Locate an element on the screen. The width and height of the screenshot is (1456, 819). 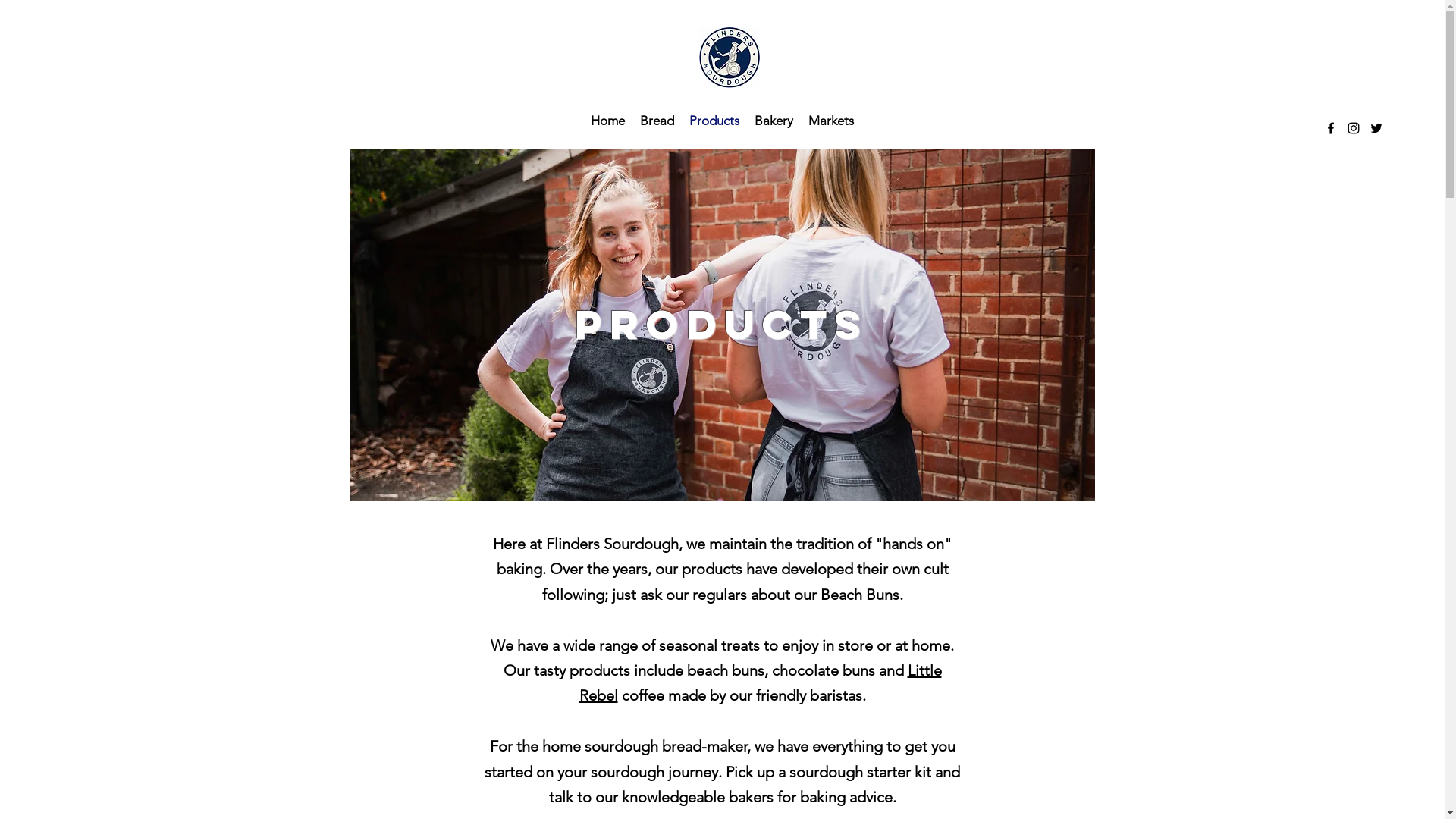
'Little Rebel' is located at coordinates (761, 682).